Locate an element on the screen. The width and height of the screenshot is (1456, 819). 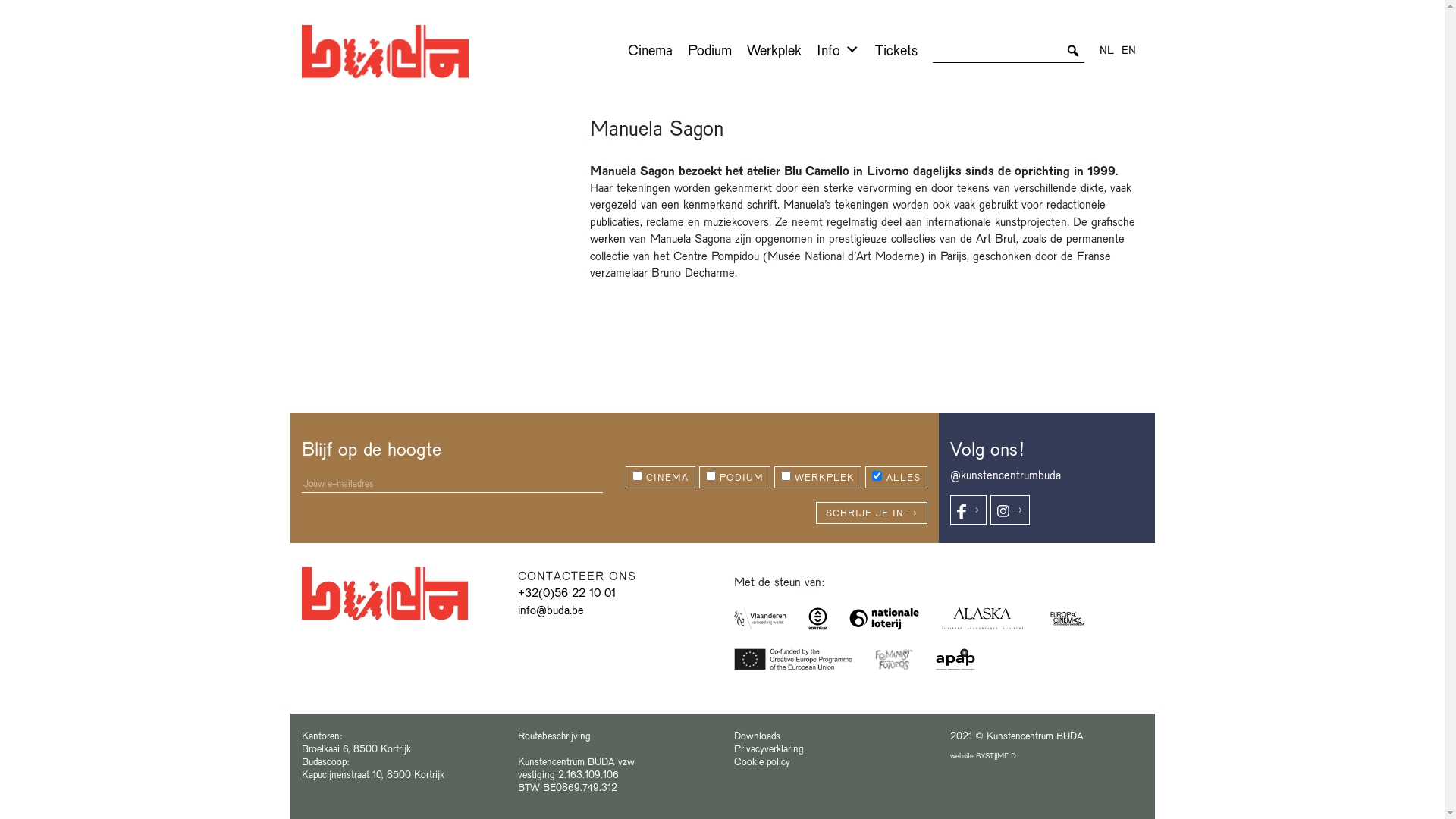
'Cookie policy' is located at coordinates (734, 761).